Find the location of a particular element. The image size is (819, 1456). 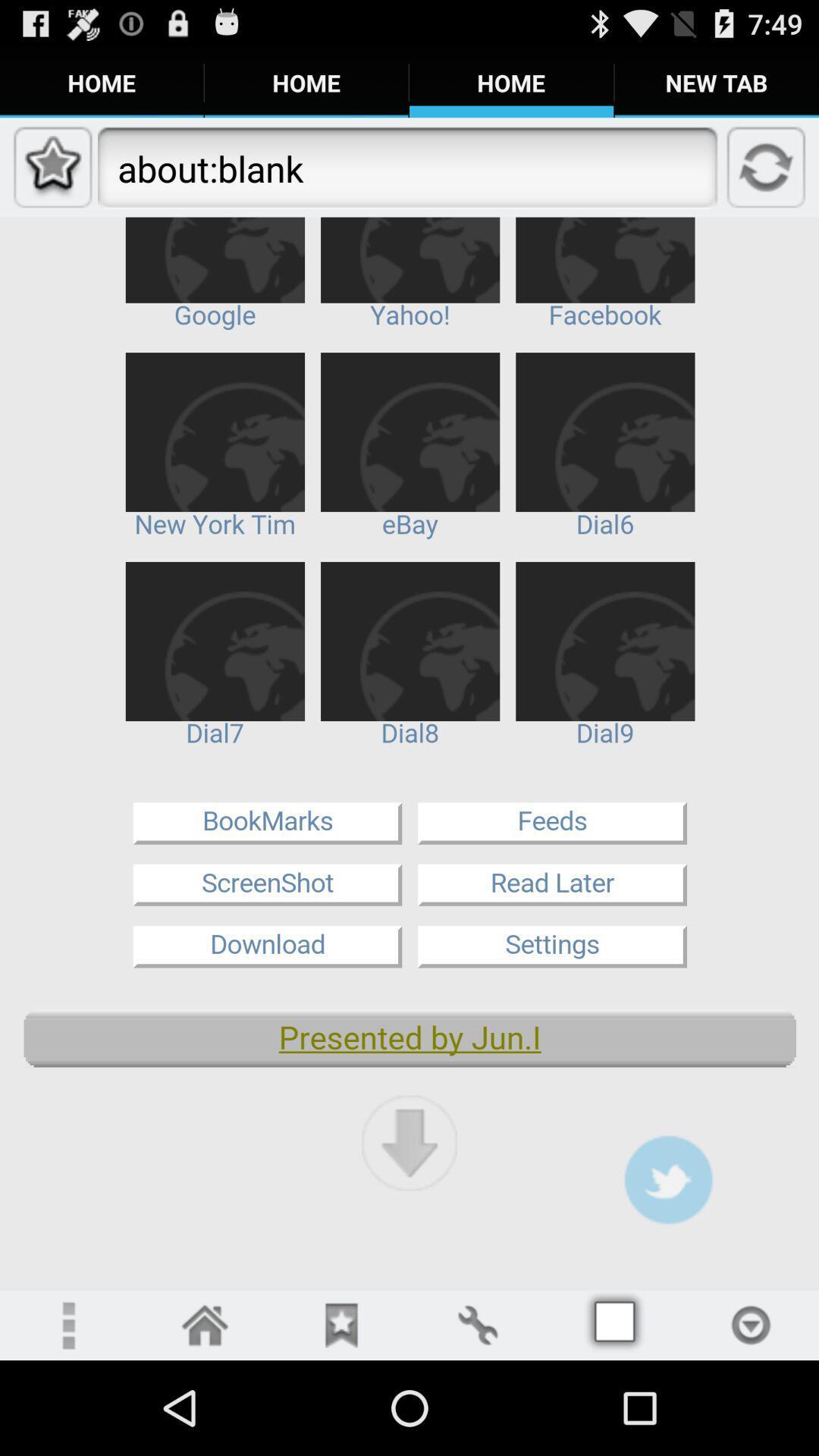

the bookmark icon is located at coordinates (341, 1417).